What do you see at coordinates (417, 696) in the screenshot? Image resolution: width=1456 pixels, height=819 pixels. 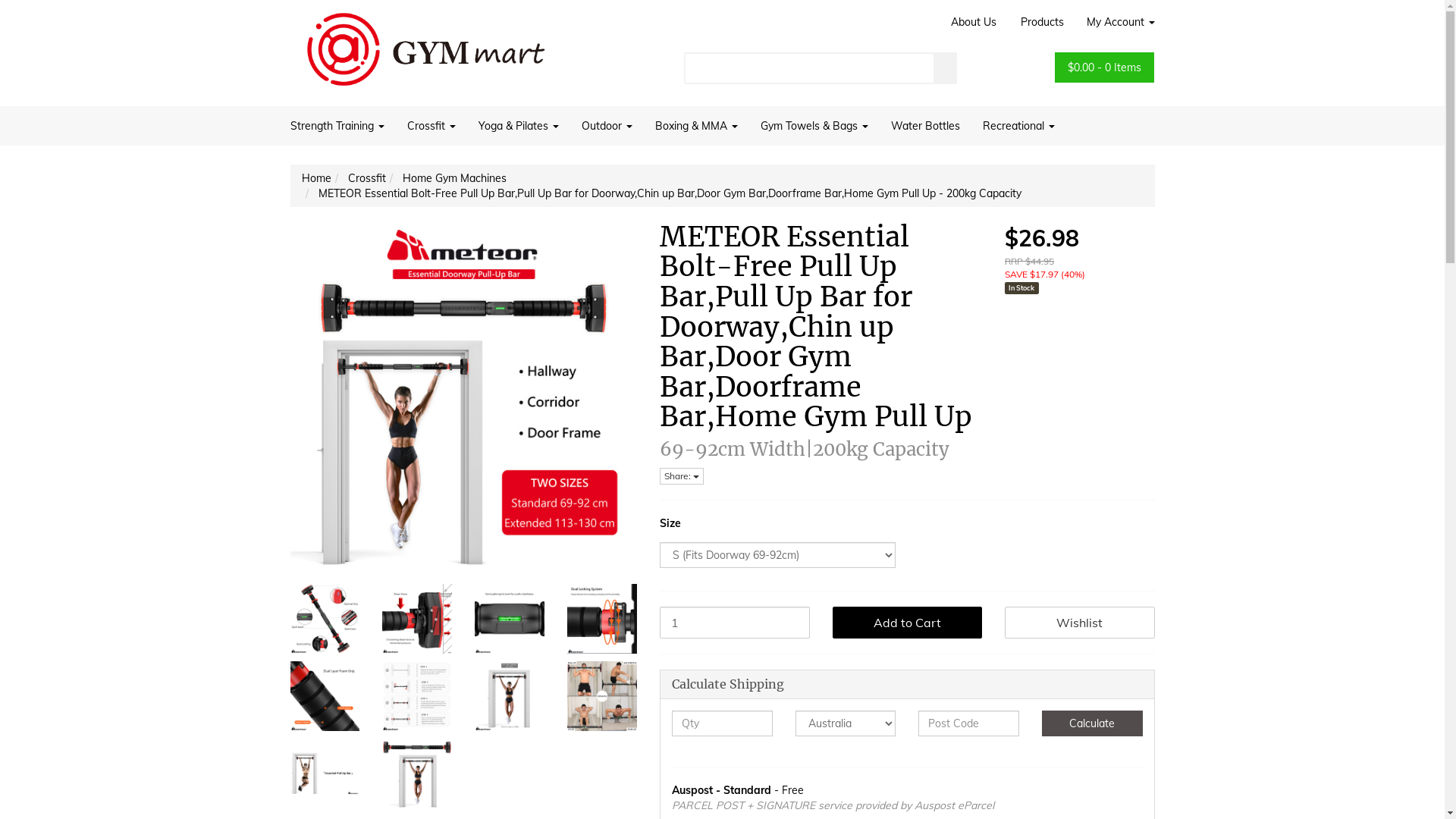 I see `'Large View'` at bounding box center [417, 696].